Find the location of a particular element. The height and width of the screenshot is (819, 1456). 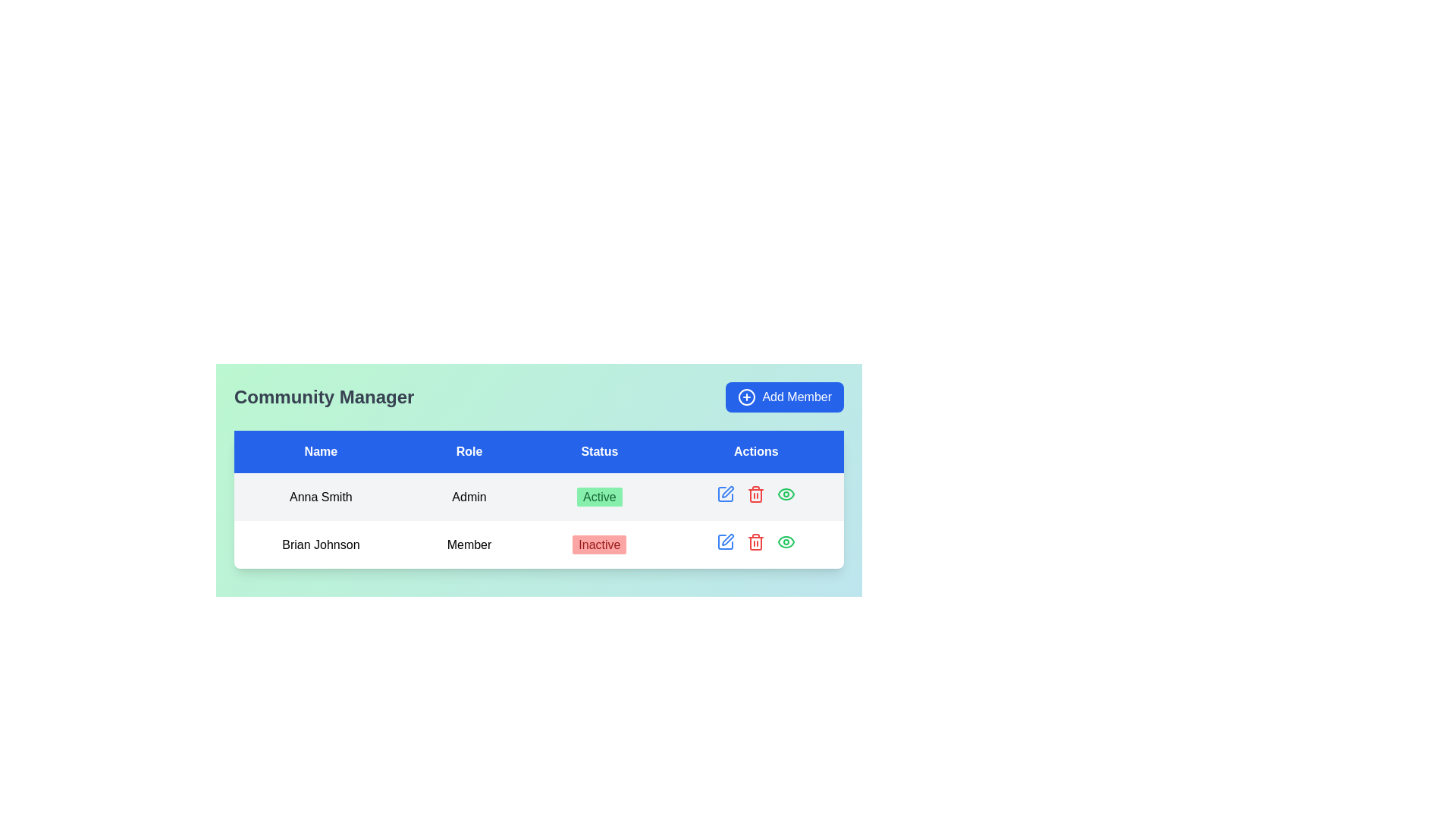

the 'Status' text label, which is a white font on a blue background and is the third column header in the table layout is located at coordinates (598, 451).